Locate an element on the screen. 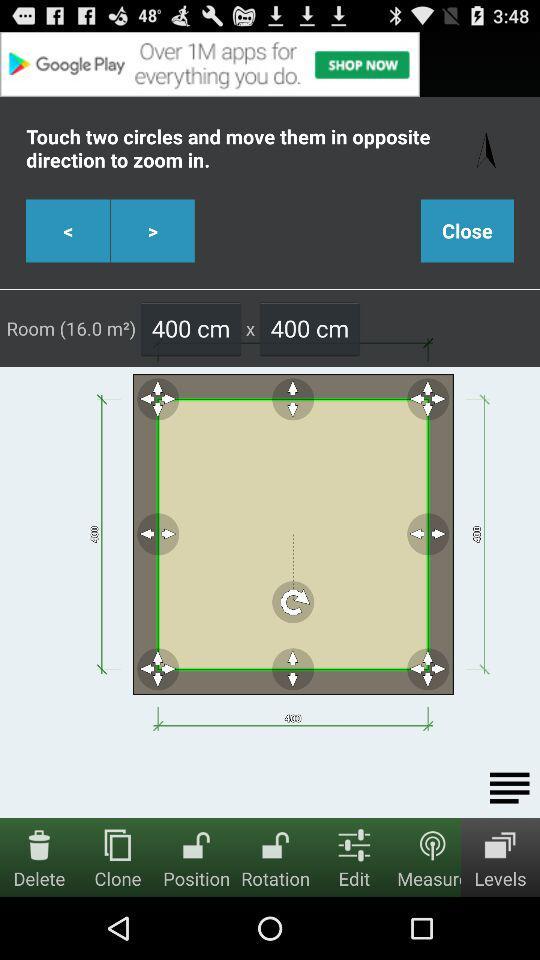 The width and height of the screenshot is (540, 960). advertisement is located at coordinates (270, 64).